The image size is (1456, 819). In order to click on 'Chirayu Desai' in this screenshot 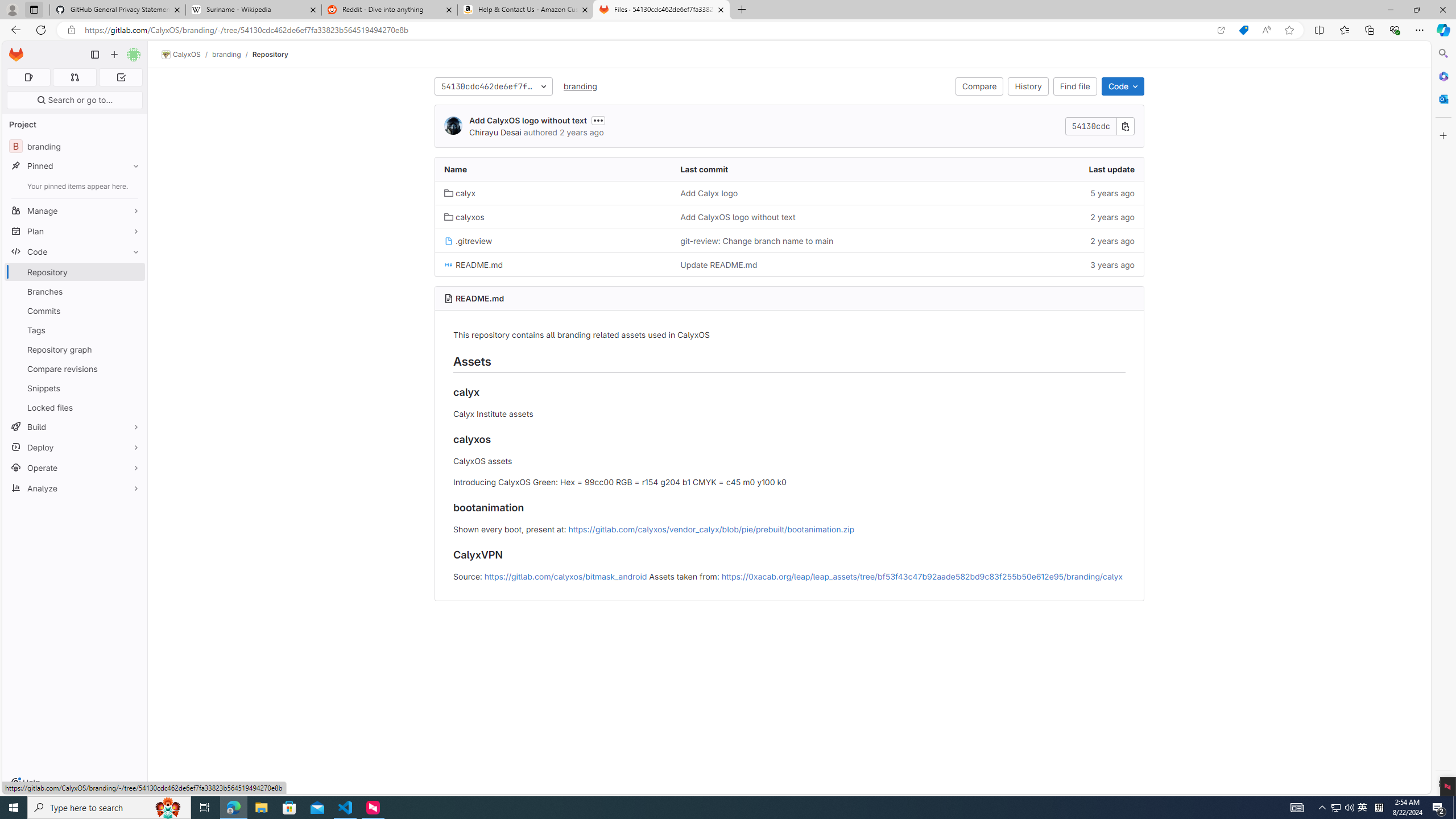, I will do `click(494, 131)`.